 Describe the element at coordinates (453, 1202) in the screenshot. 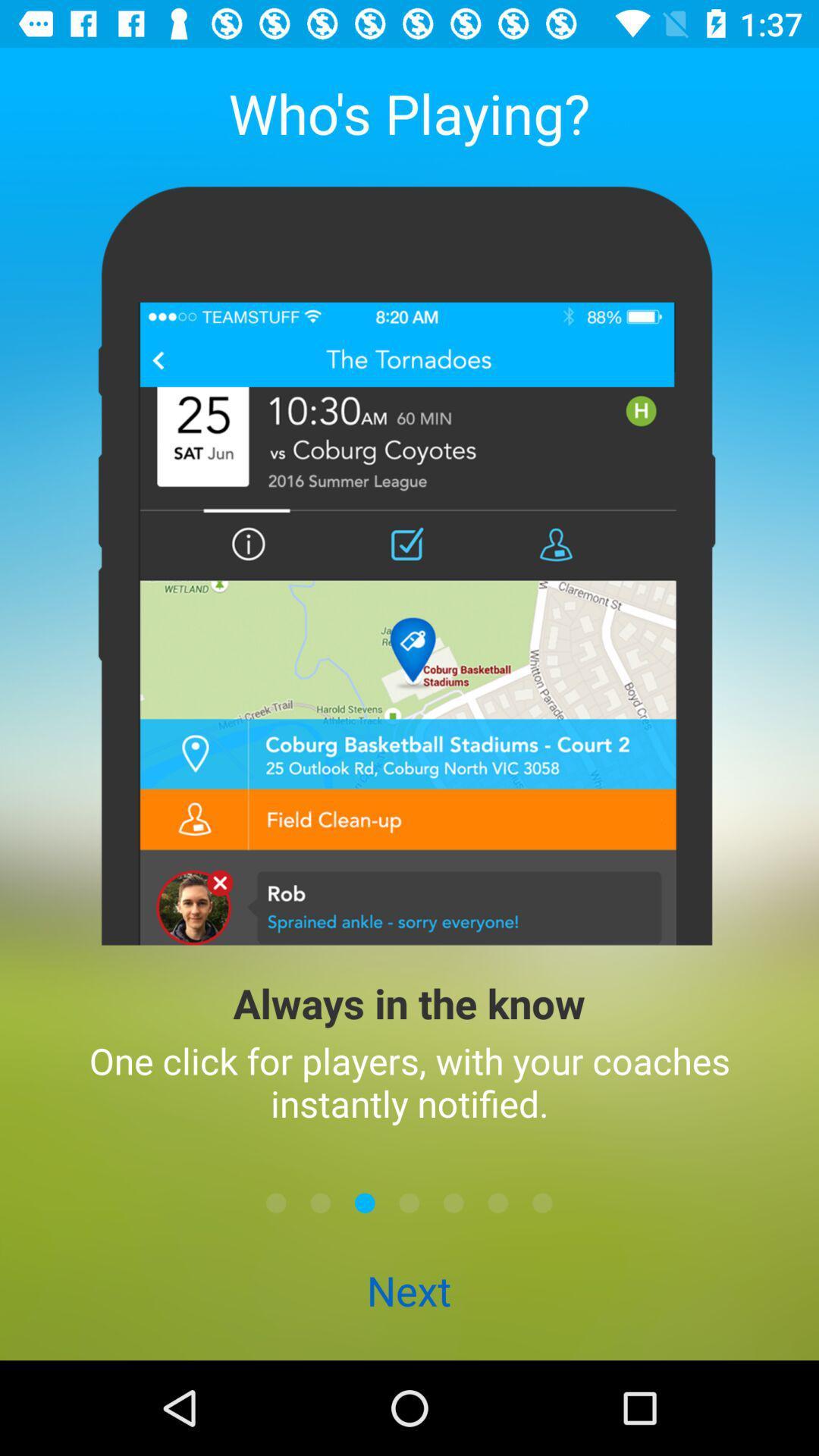

I see `icon above next item` at that location.